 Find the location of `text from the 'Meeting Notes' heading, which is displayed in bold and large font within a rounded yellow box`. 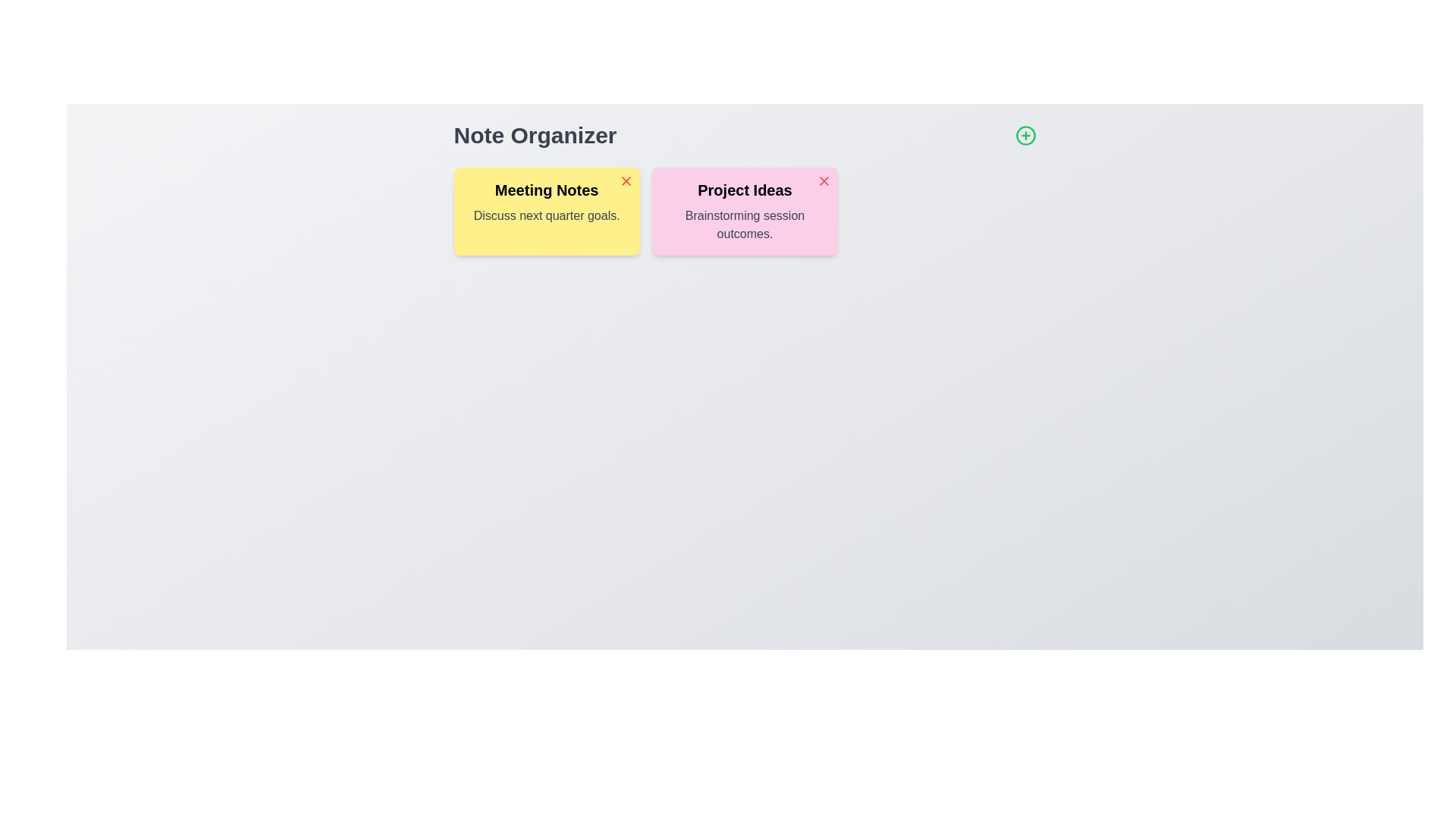

text from the 'Meeting Notes' heading, which is displayed in bold and large font within a rounded yellow box is located at coordinates (546, 189).